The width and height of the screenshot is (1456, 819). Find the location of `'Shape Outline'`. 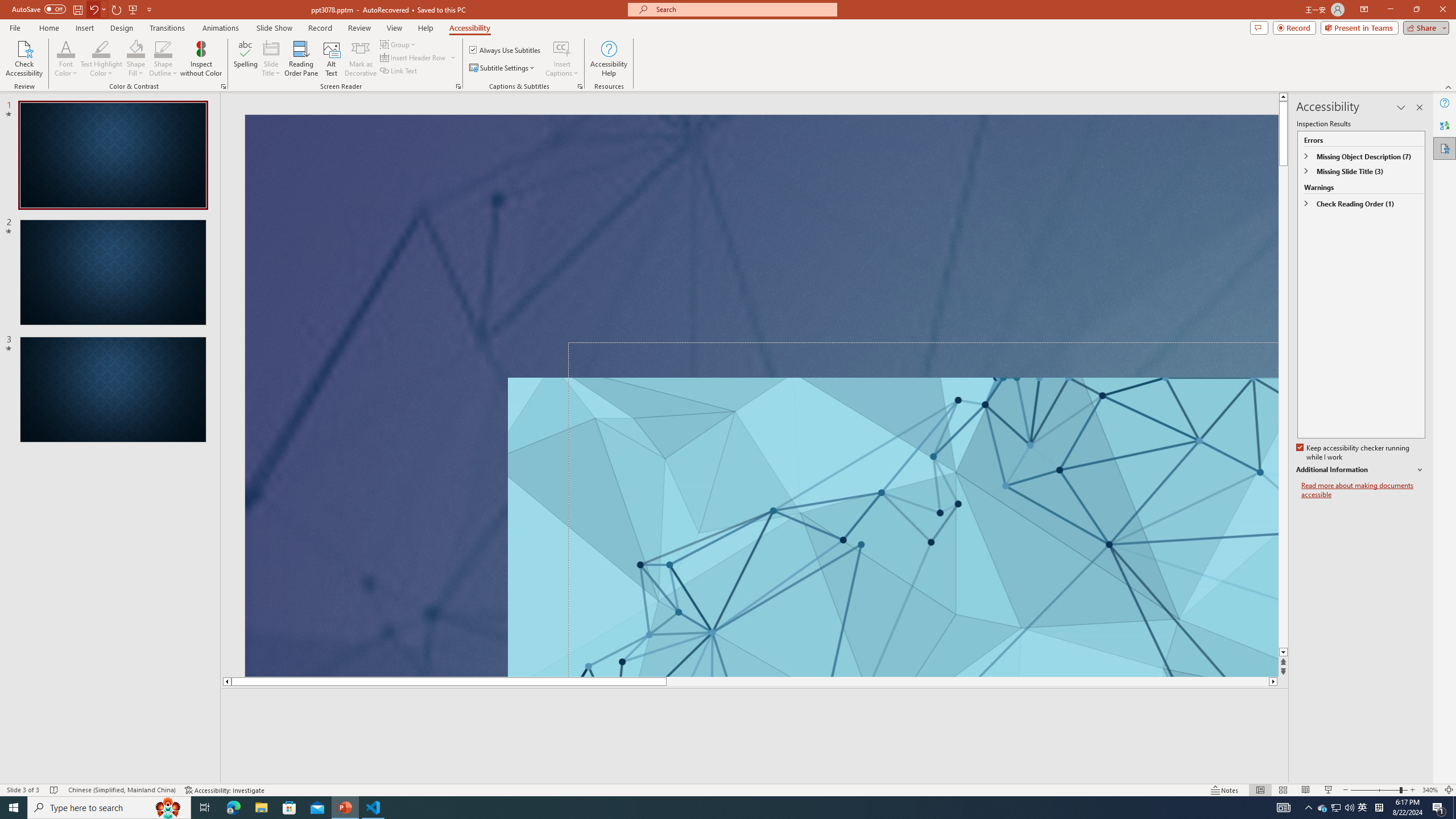

'Shape Outline' is located at coordinates (164, 59).